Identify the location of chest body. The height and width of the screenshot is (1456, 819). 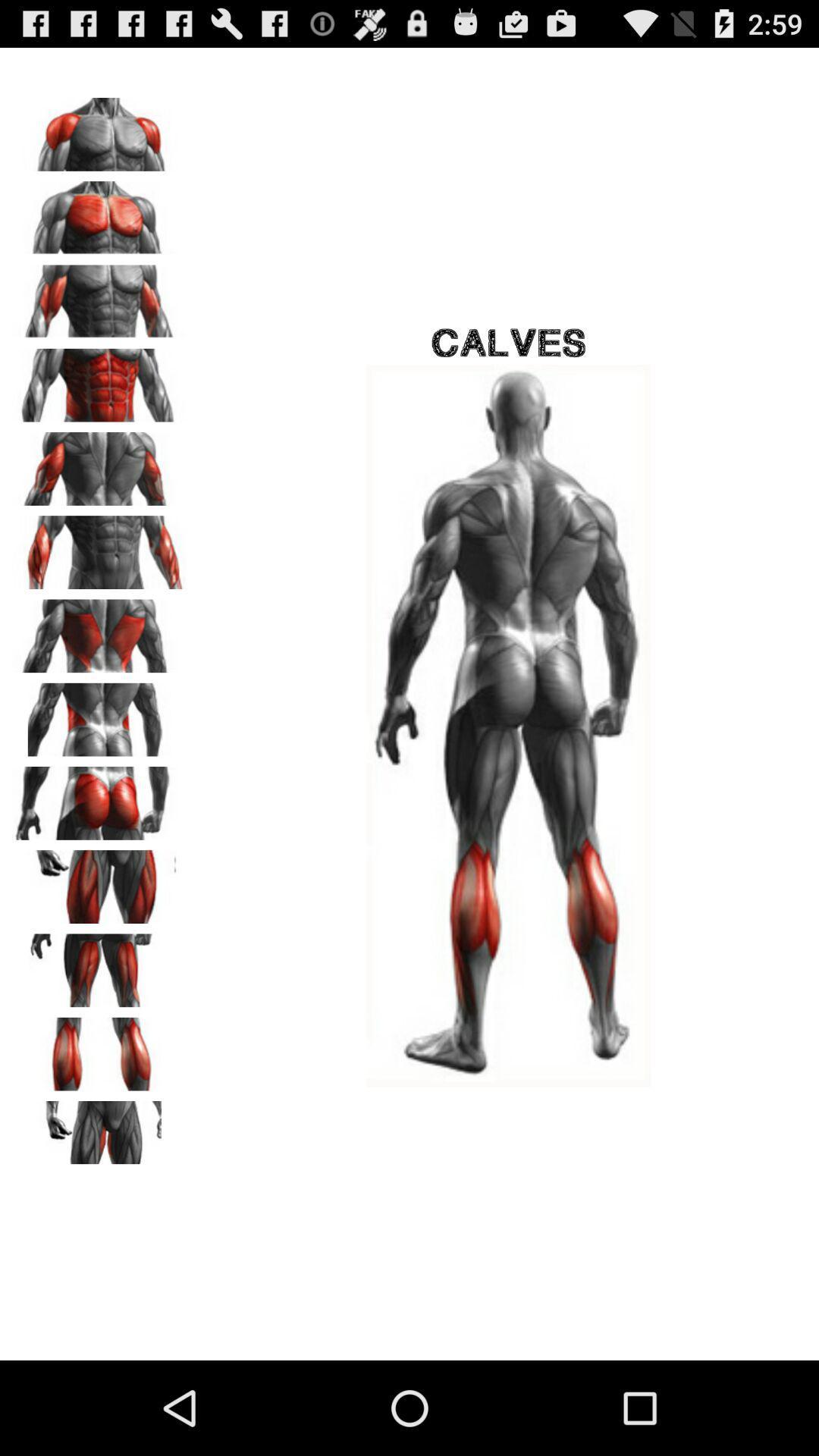
(99, 129).